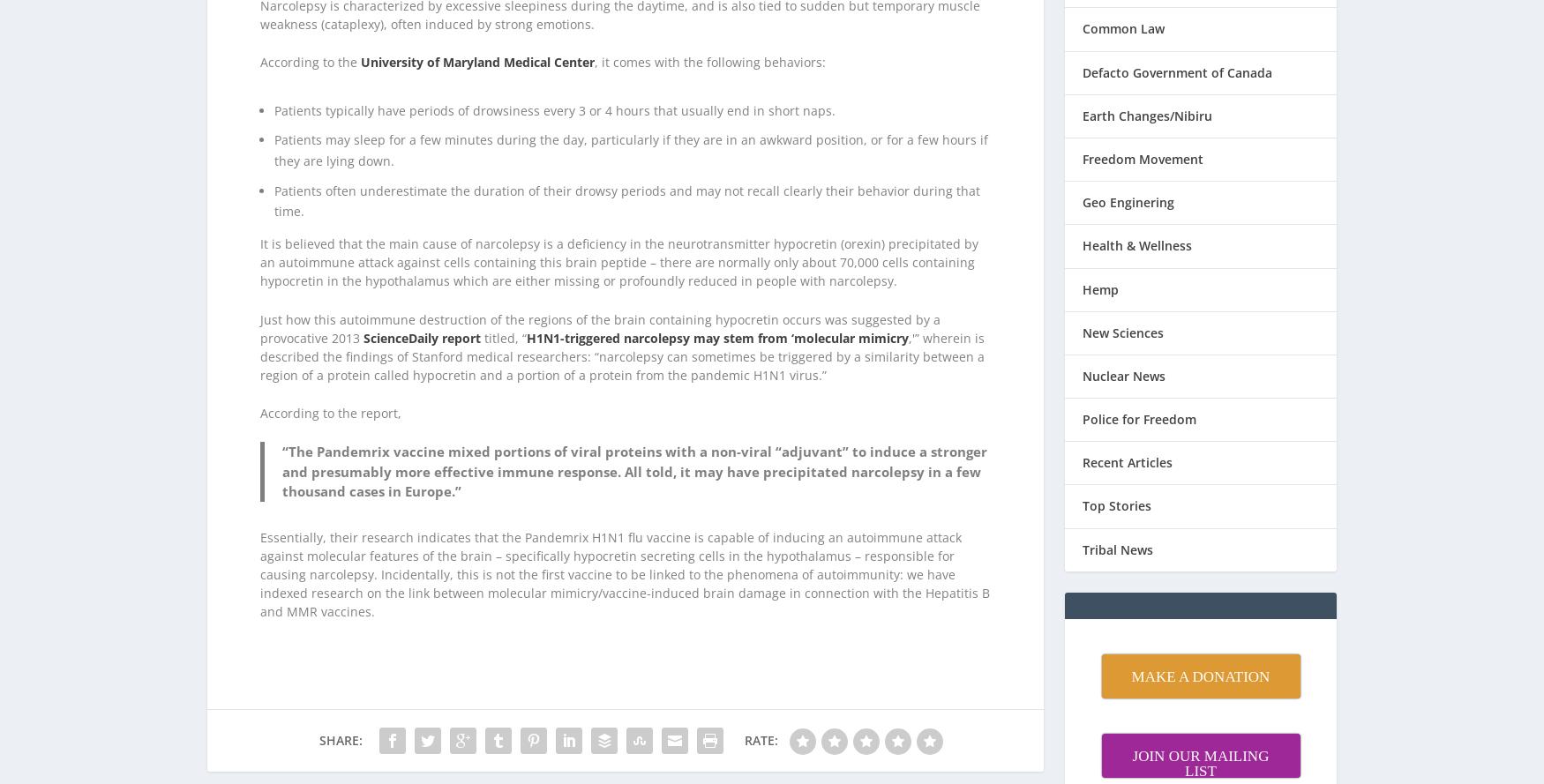  I want to click on 'Nuclear News', so click(1123, 353).